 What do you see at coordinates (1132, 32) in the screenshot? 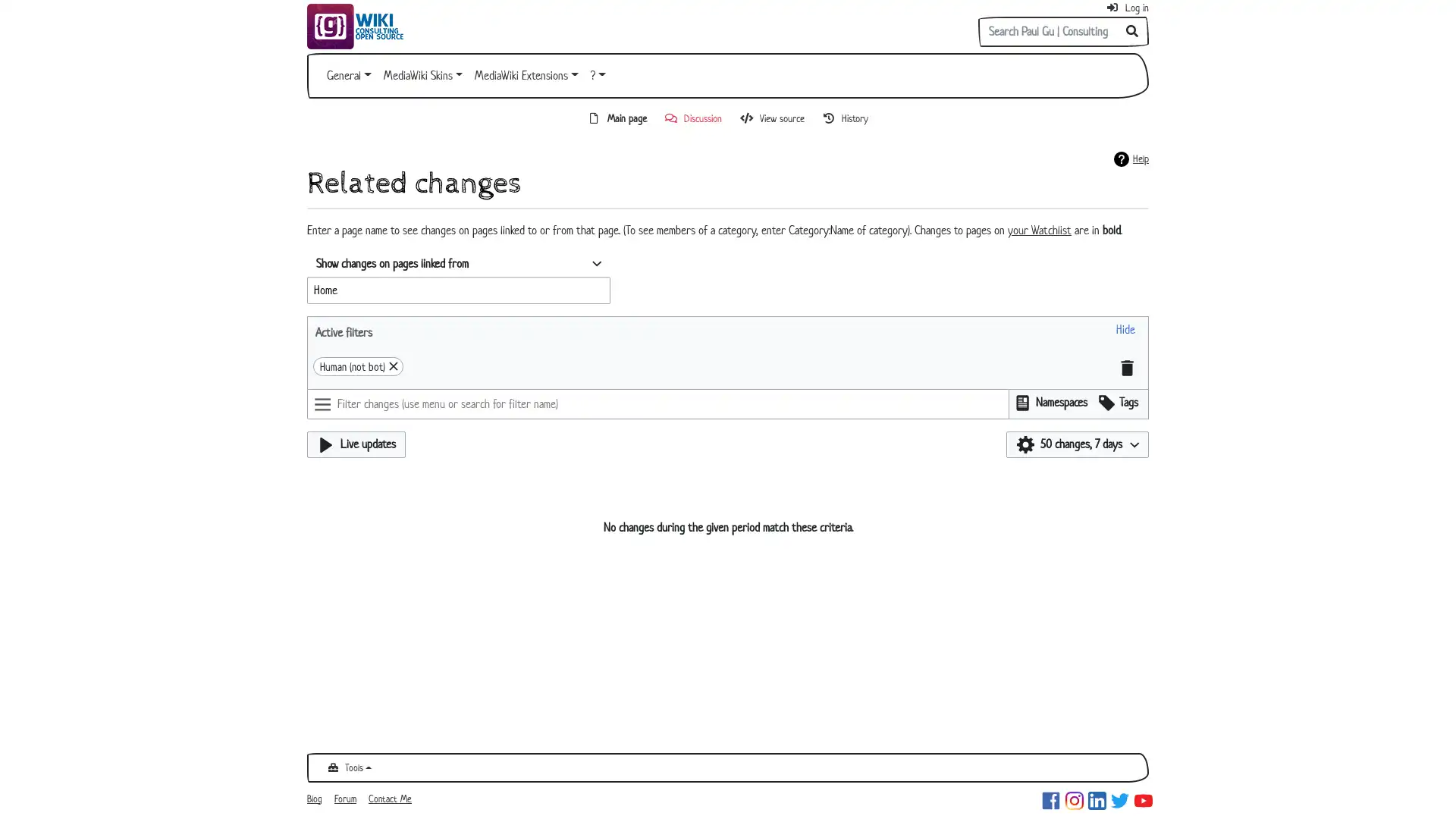
I see `Go to page` at bounding box center [1132, 32].